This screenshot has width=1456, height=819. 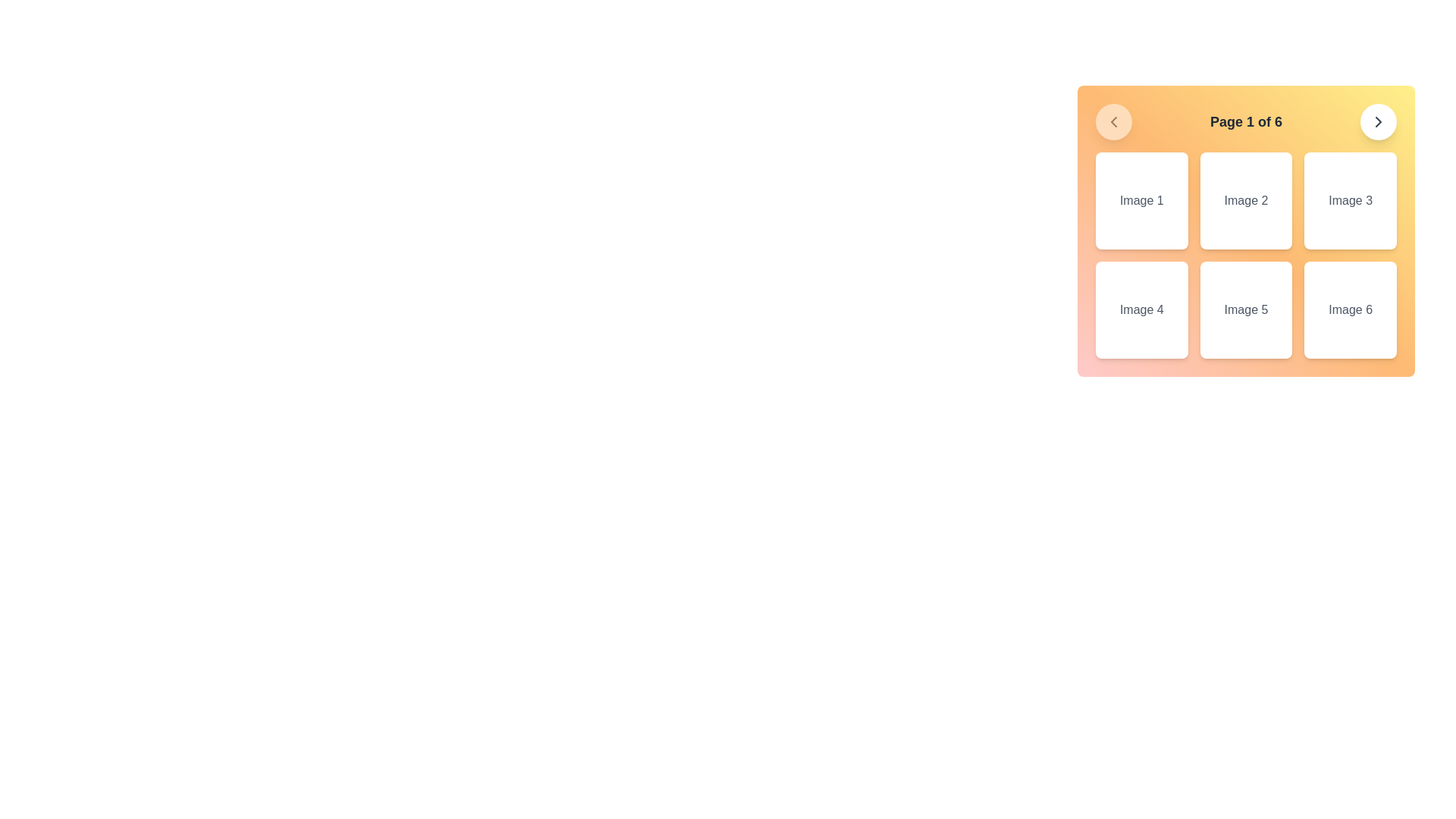 What do you see at coordinates (1113, 121) in the screenshot?
I see `the back navigation icon located in the left circular control of the panel's header, positioned to the left of the text 'Page 1 of 6'` at bounding box center [1113, 121].